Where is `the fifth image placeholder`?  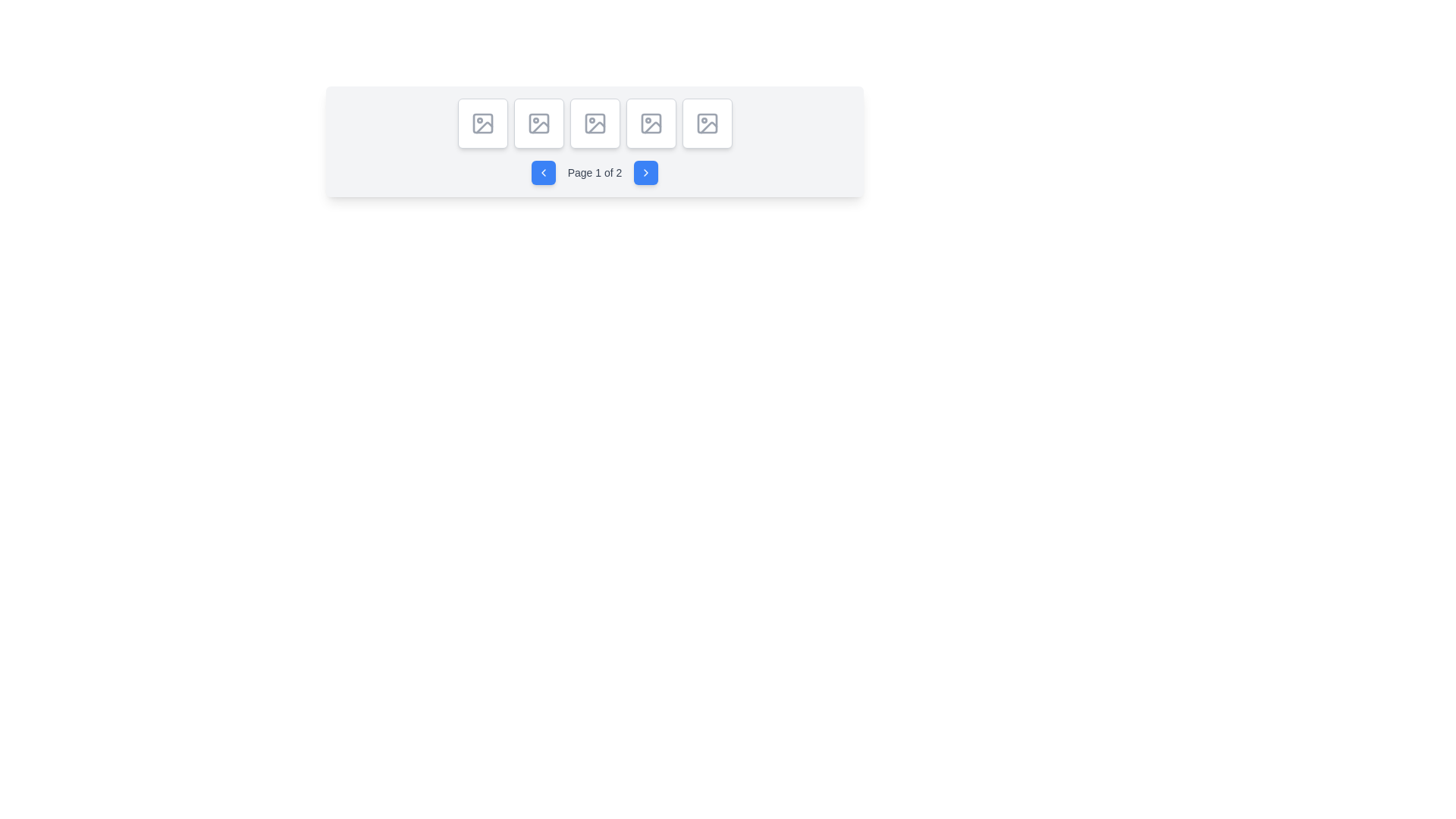 the fifth image placeholder is located at coordinates (706, 122).